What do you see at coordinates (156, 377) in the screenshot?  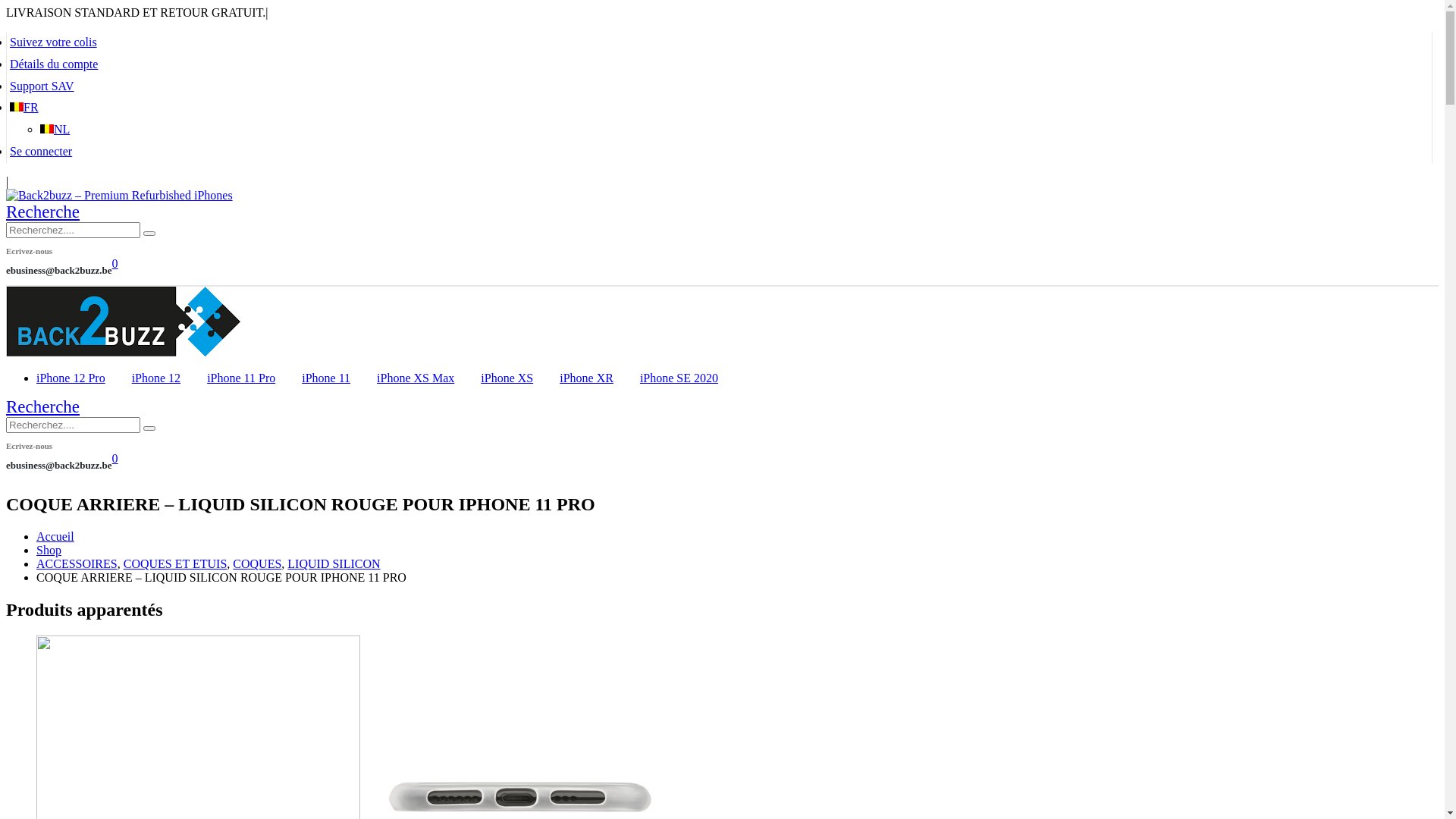 I see `'iPhone 12'` at bounding box center [156, 377].